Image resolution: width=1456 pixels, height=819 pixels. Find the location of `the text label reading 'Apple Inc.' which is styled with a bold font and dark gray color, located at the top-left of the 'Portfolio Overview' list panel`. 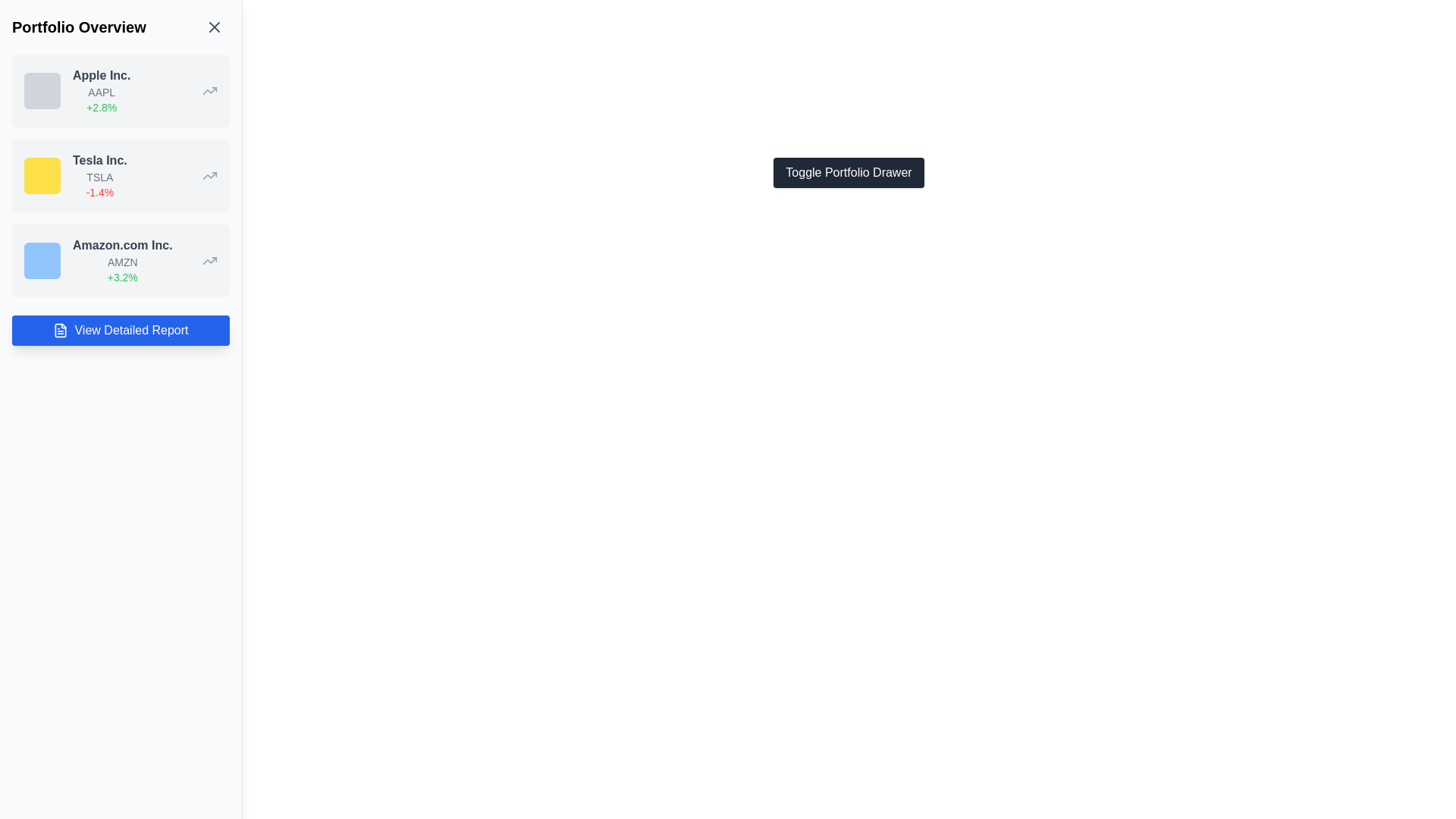

the text label reading 'Apple Inc.' which is styled with a bold font and dark gray color, located at the top-left of the 'Portfolio Overview' list panel is located at coordinates (101, 76).